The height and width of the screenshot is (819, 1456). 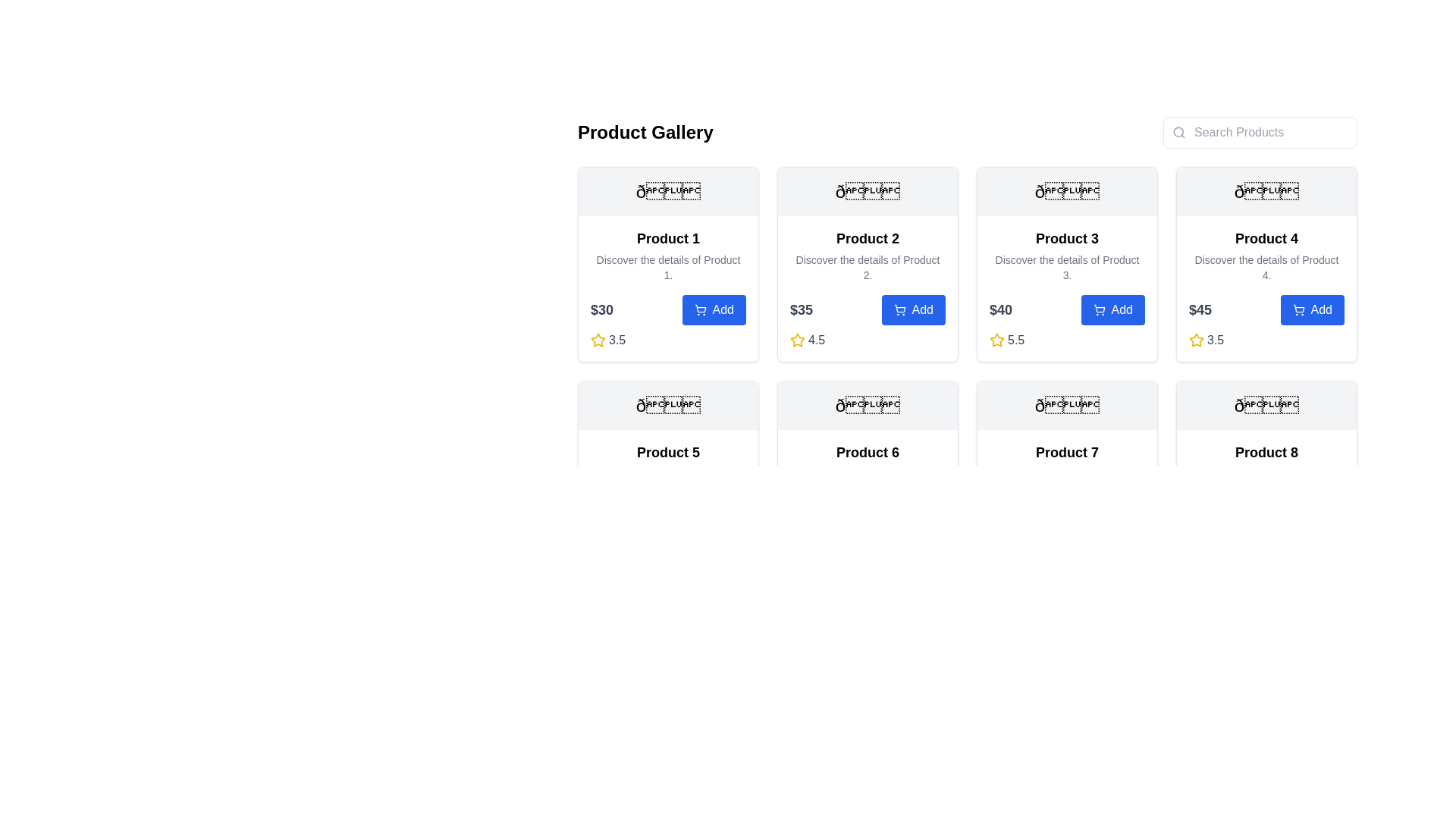 I want to click on the decorative star-like emoji icon at the top of the 'Product 3' card, which is styled in a large font against a light gray background, so click(x=1066, y=191).